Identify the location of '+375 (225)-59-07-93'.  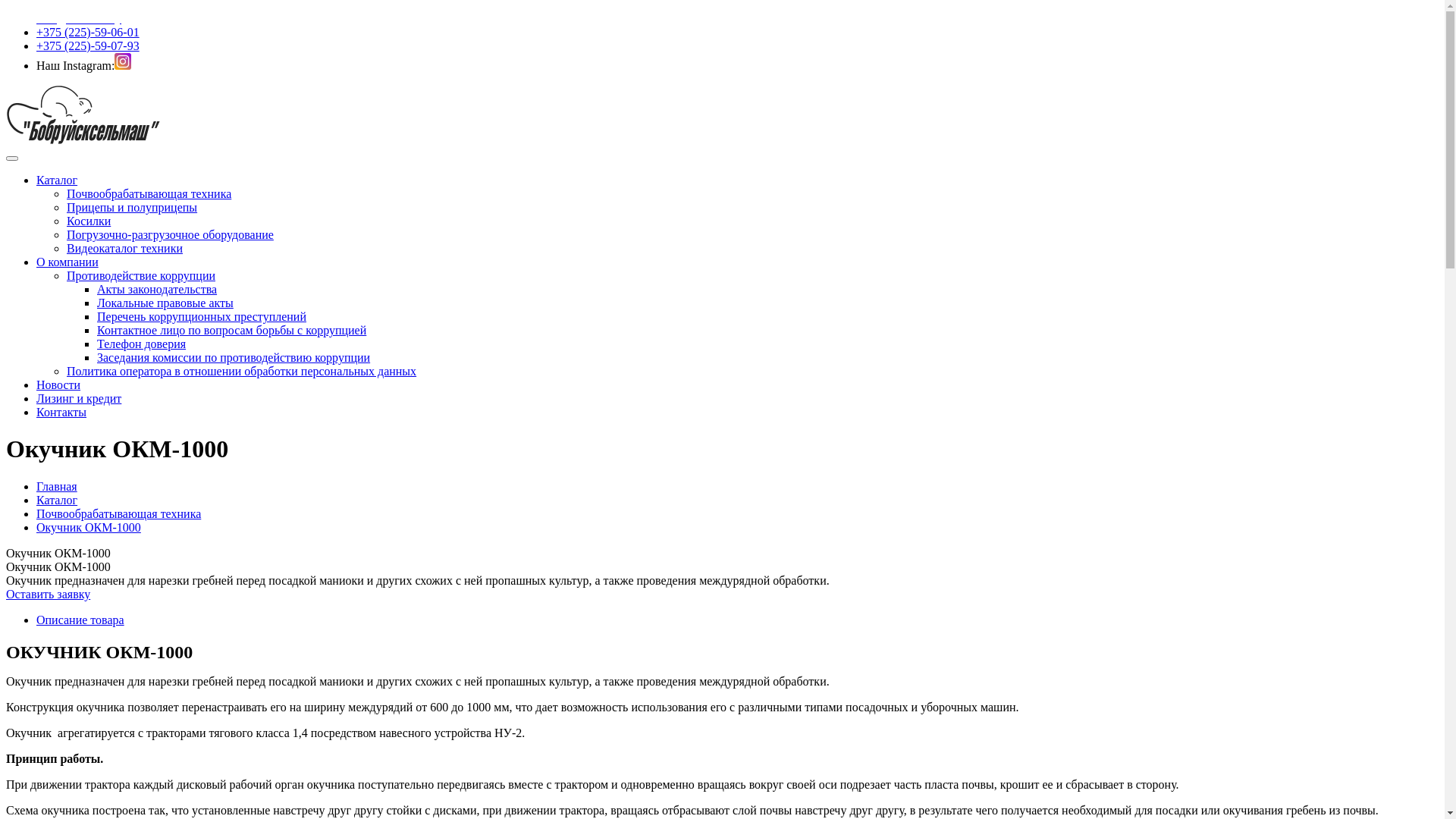
(36, 45).